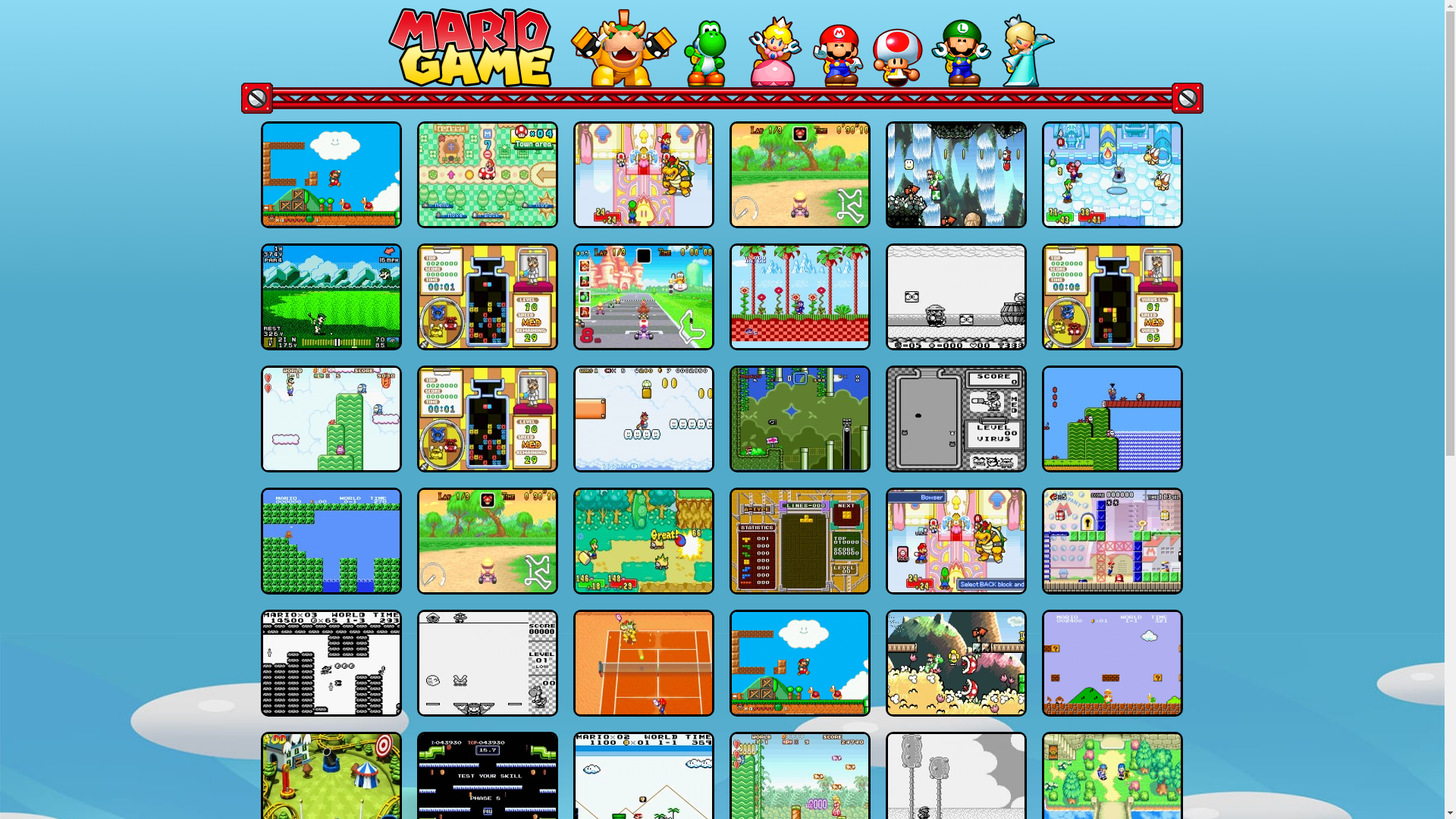  Describe the element at coordinates (488, 172) in the screenshot. I see `'Mario Party Advance'` at that location.